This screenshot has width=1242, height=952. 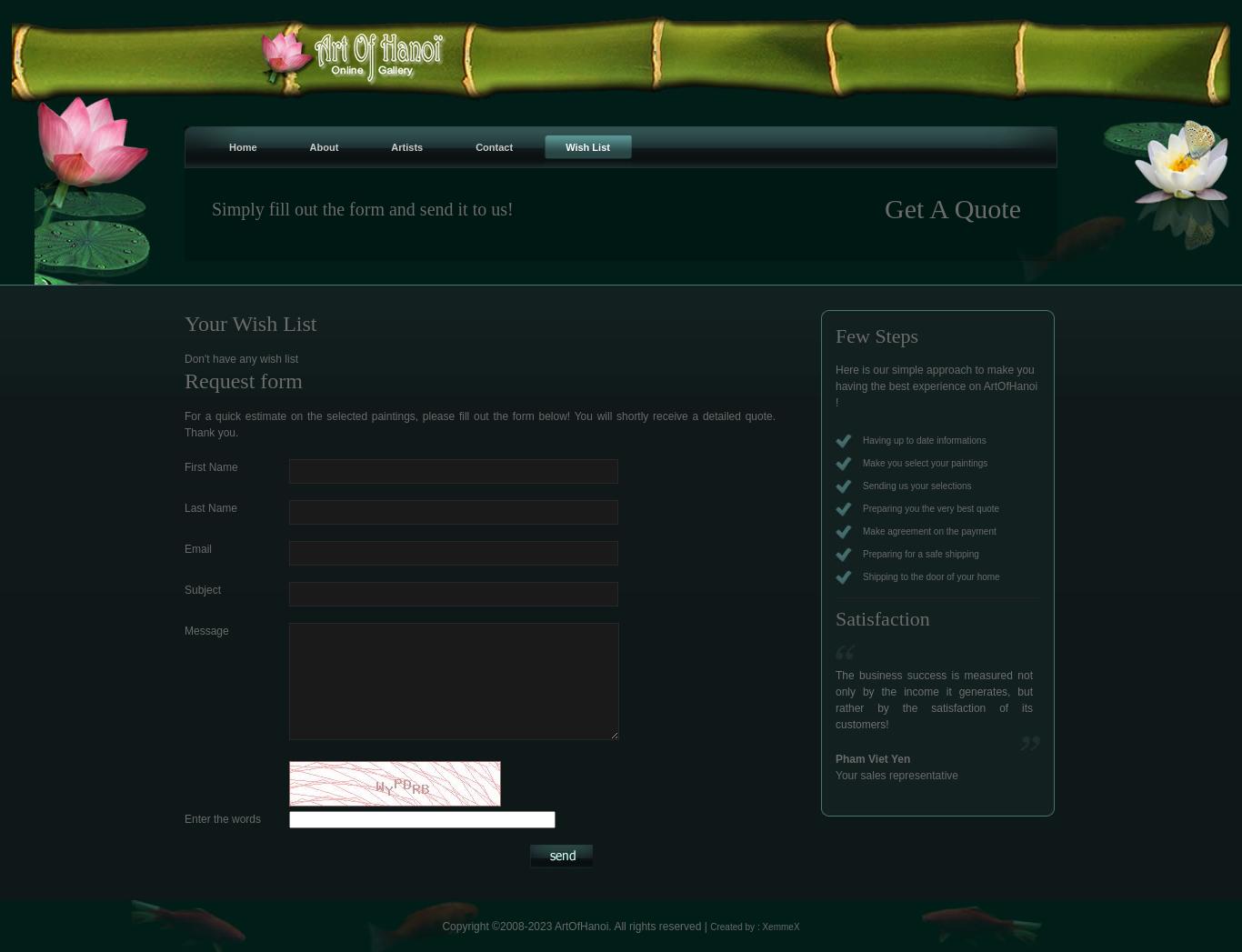 I want to click on 'Wish List', so click(x=564, y=146).